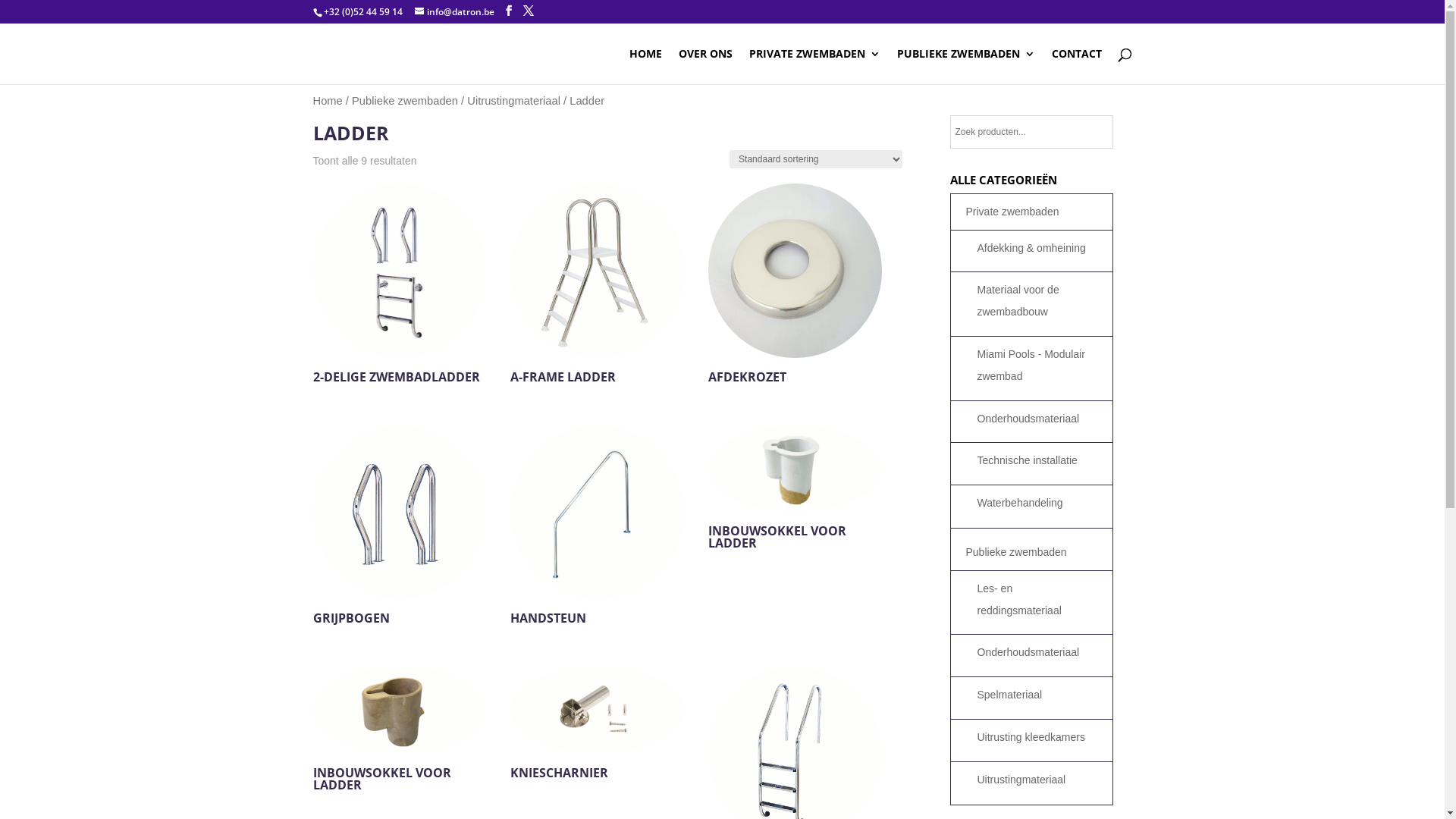 The height and width of the screenshot is (819, 1456). What do you see at coordinates (1031, 212) in the screenshot?
I see `'Private zwembaden'` at bounding box center [1031, 212].